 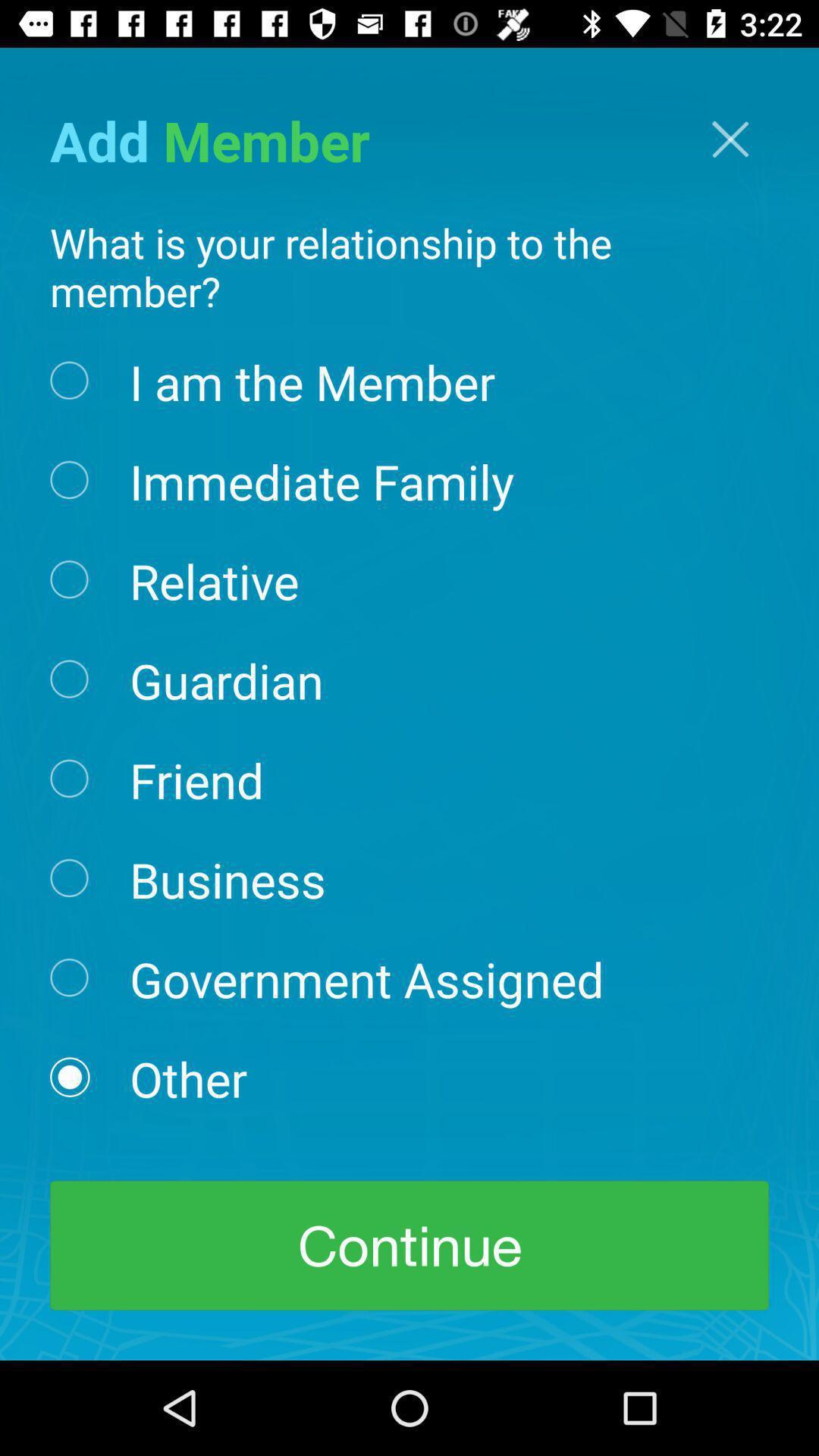 What do you see at coordinates (366, 978) in the screenshot?
I see `government assigned item` at bounding box center [366, 978].